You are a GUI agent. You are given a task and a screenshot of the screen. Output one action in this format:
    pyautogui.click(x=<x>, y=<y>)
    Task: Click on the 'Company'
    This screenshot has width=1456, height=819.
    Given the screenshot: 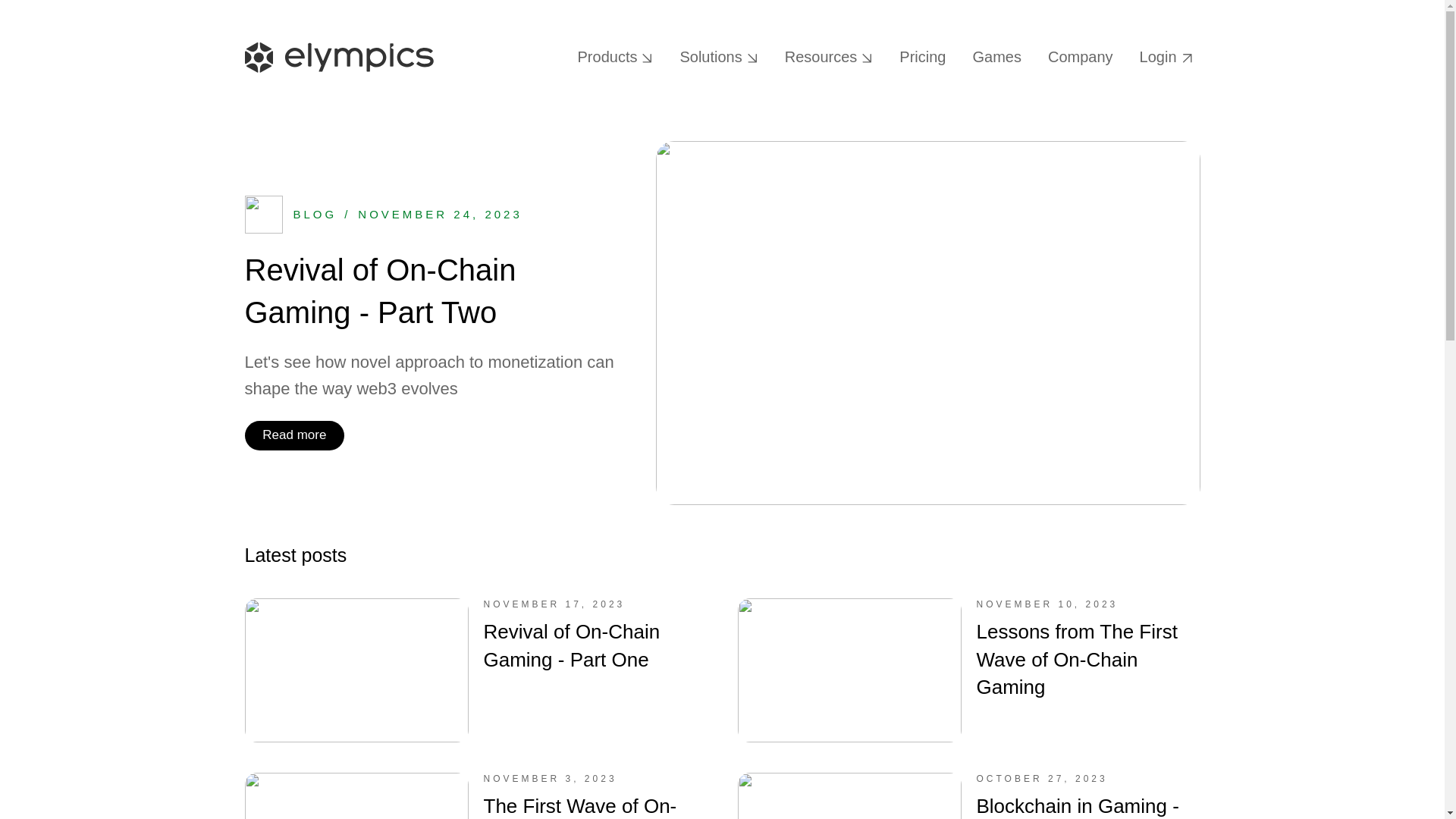 What is the action you would take?
    pyautogui.click(x=1040, y=56)
    